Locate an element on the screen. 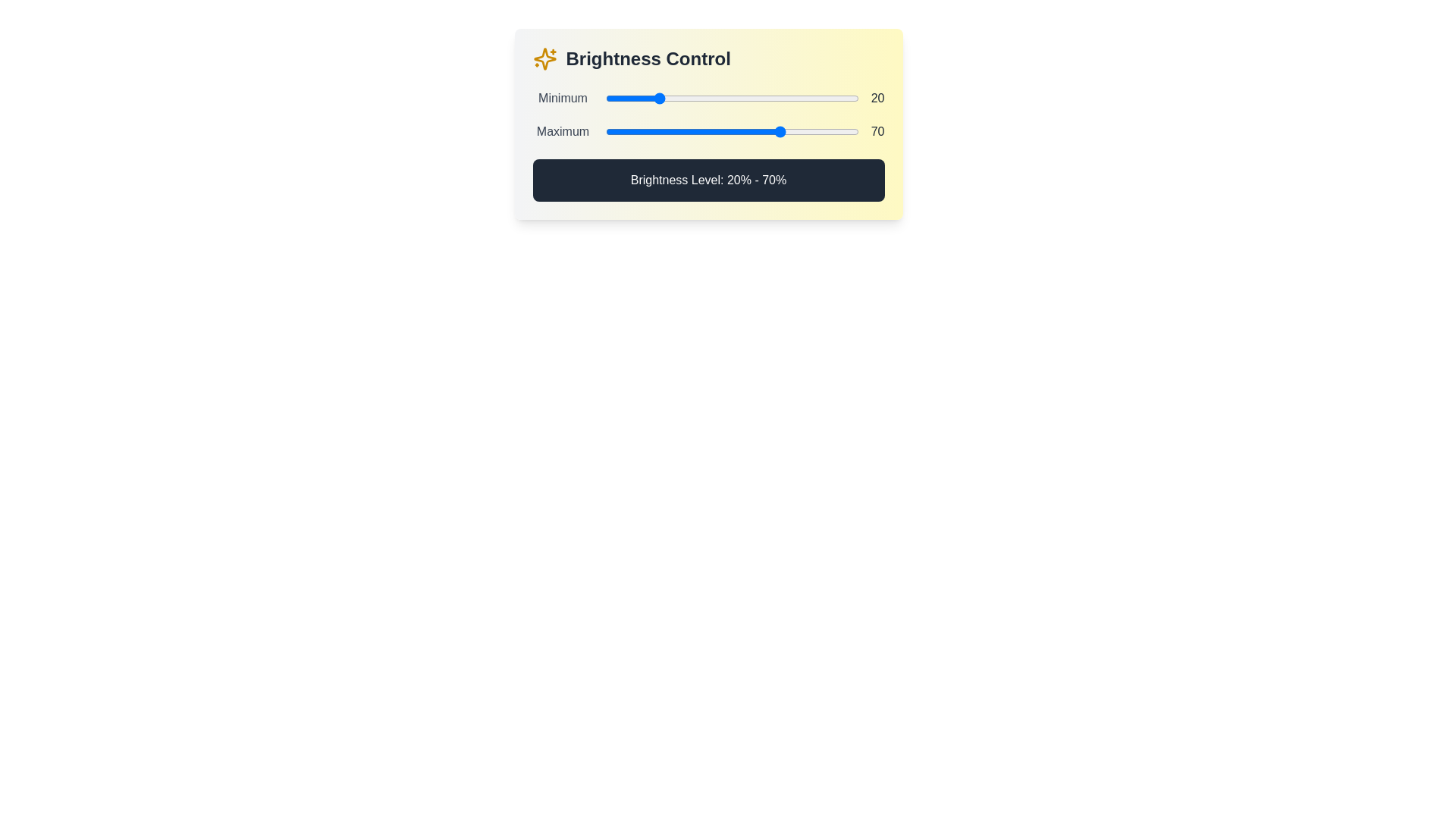 Image resolution: width=1456 pixels, height=819 pixels. the minimum brightness level to 70% by interacting with the first slider is located at coordinates (783, 99).